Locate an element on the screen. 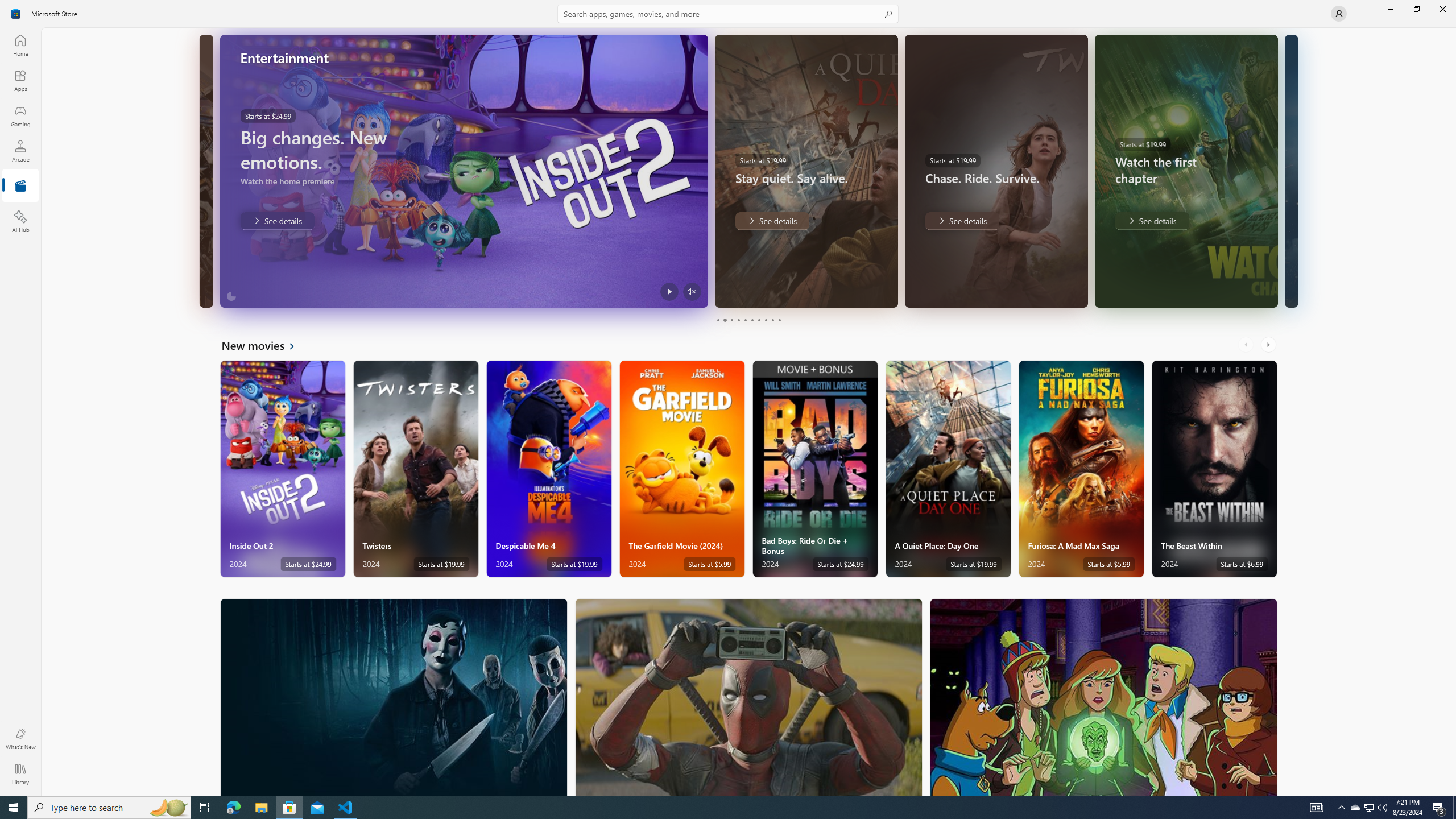 The width and height of the screenshot is (1456, 819). 'Play Trailer' is located at coordinates (668, 291).